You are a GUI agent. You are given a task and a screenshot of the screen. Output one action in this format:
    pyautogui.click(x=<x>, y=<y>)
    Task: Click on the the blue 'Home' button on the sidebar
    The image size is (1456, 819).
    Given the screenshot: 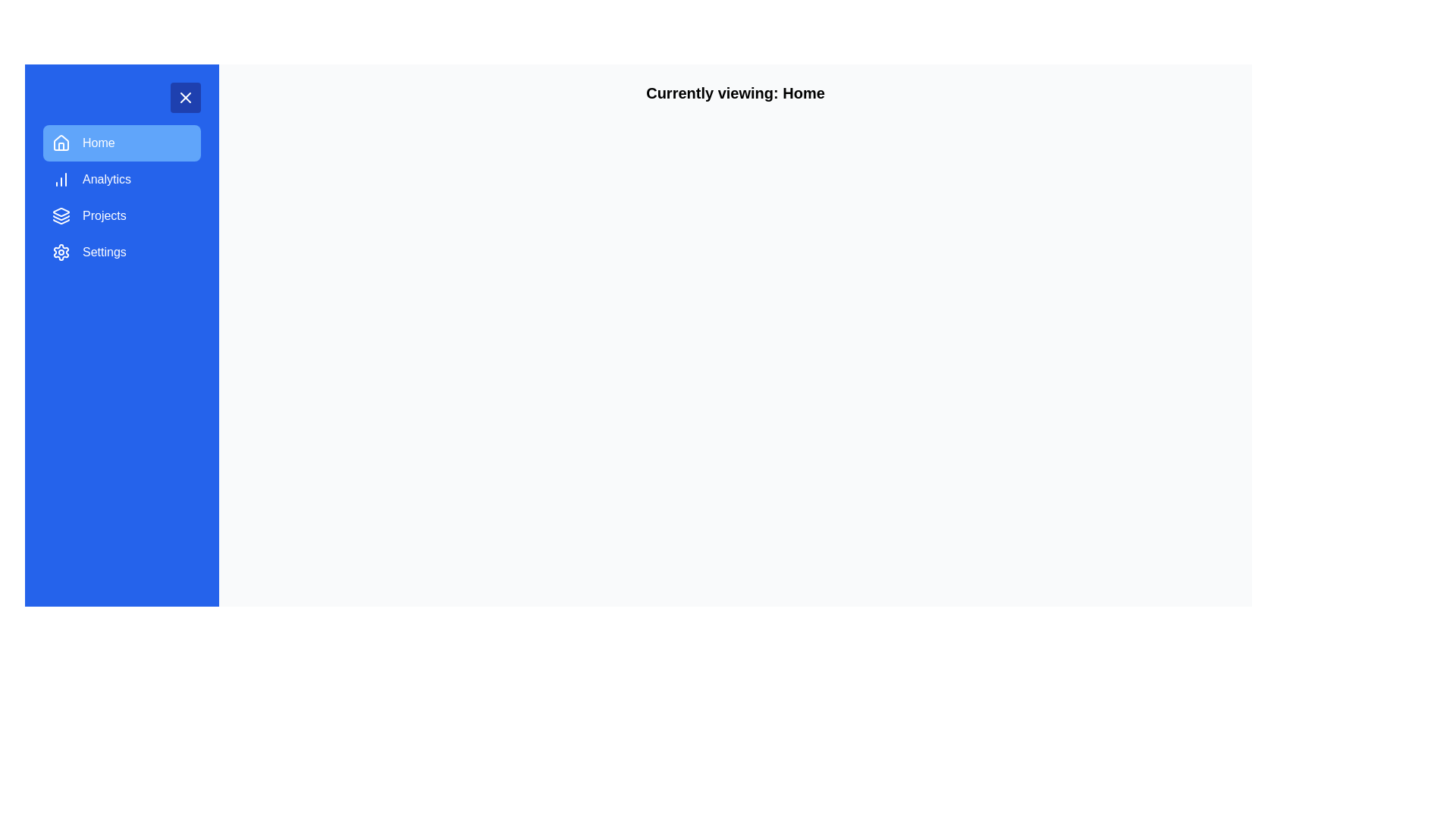 What is the action you would take?
    pyautogui.click(x=122, y=143)
    